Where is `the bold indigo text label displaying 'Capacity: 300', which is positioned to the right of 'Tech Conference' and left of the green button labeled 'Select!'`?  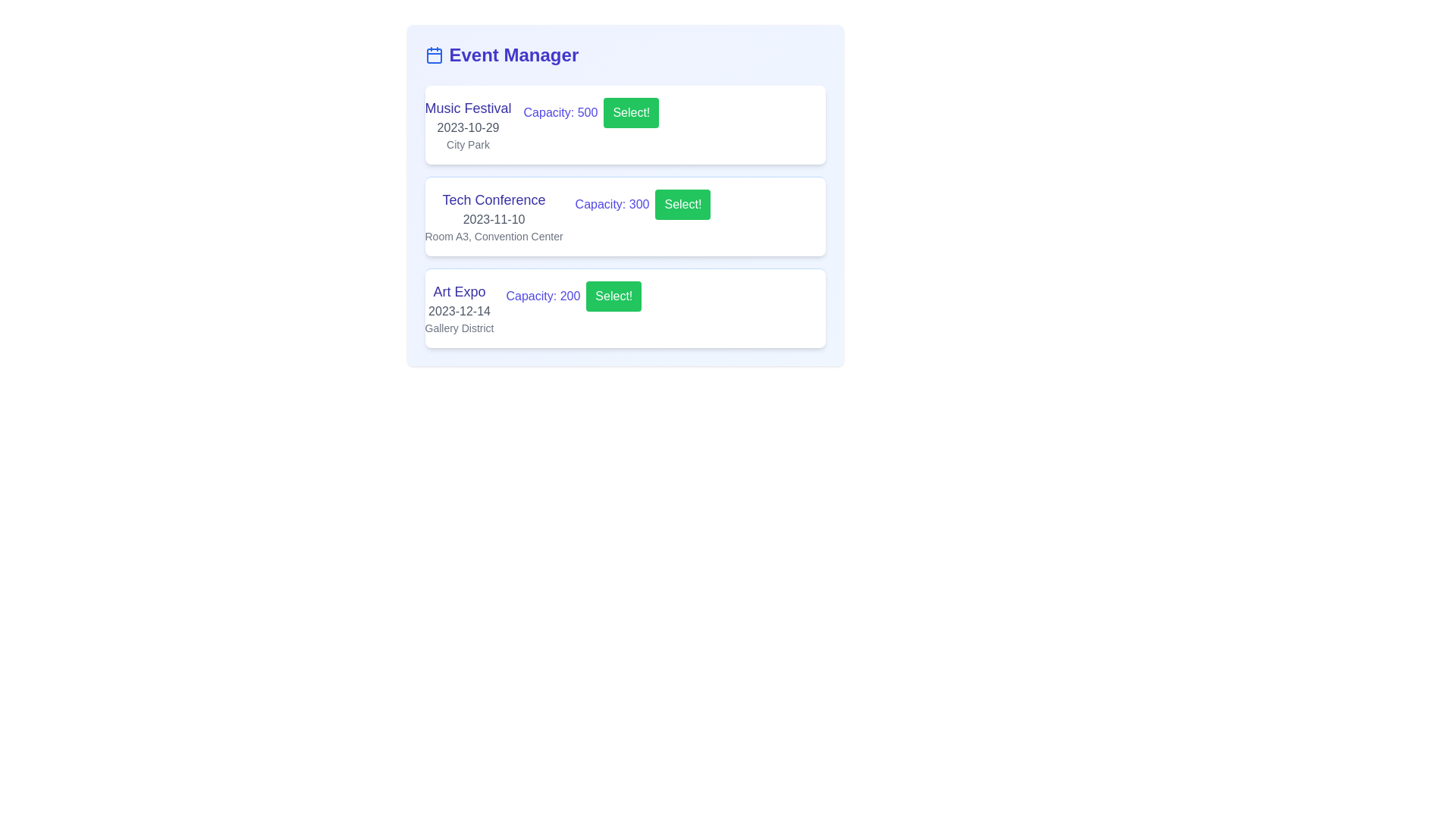 the bold indigo text label displaying 'Capacity: 300', which is positioned to the right of 'Tech Conference' and left of the green button labeled 'Select!' is located at coordinates (612, 205).